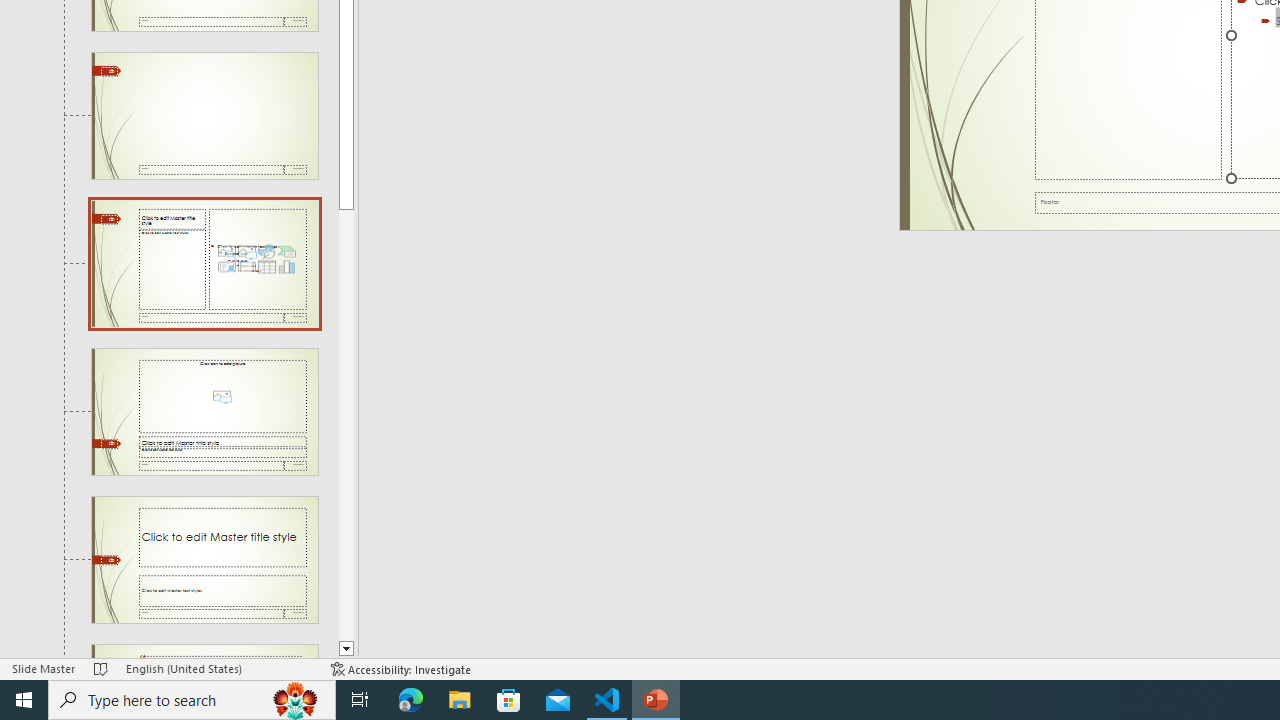 This screenshot has height=720, width=1280. I want to click on 'Slide Blank Layout: used by no slides', so click(204, 116).